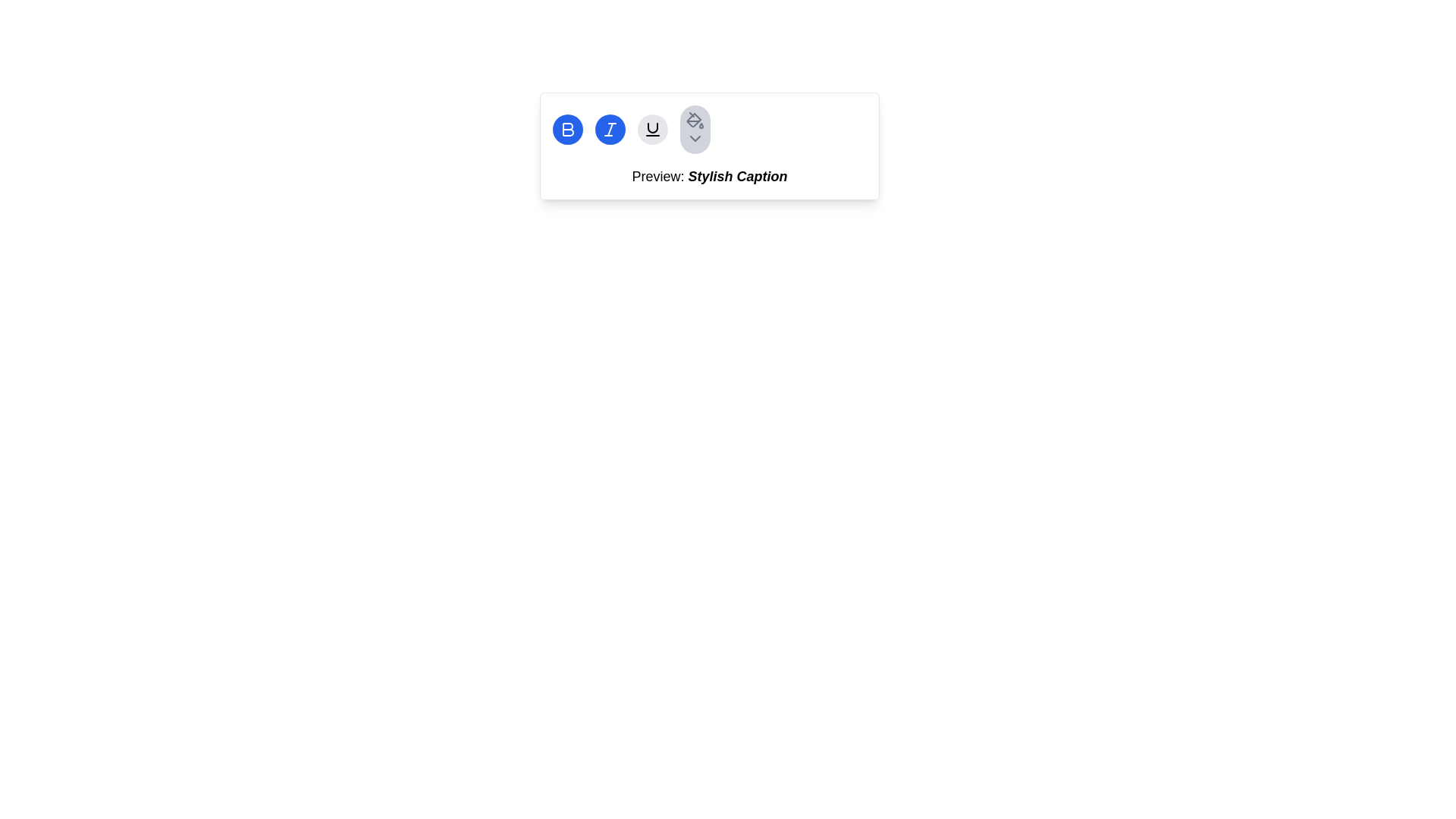 The height and width of the screenshot is (819, 1456). I want to click on the upper and larger curved stroke of the vector graphic component within the icon, which is a light-colored semi-circle against a neutral background, so click(652, 127).